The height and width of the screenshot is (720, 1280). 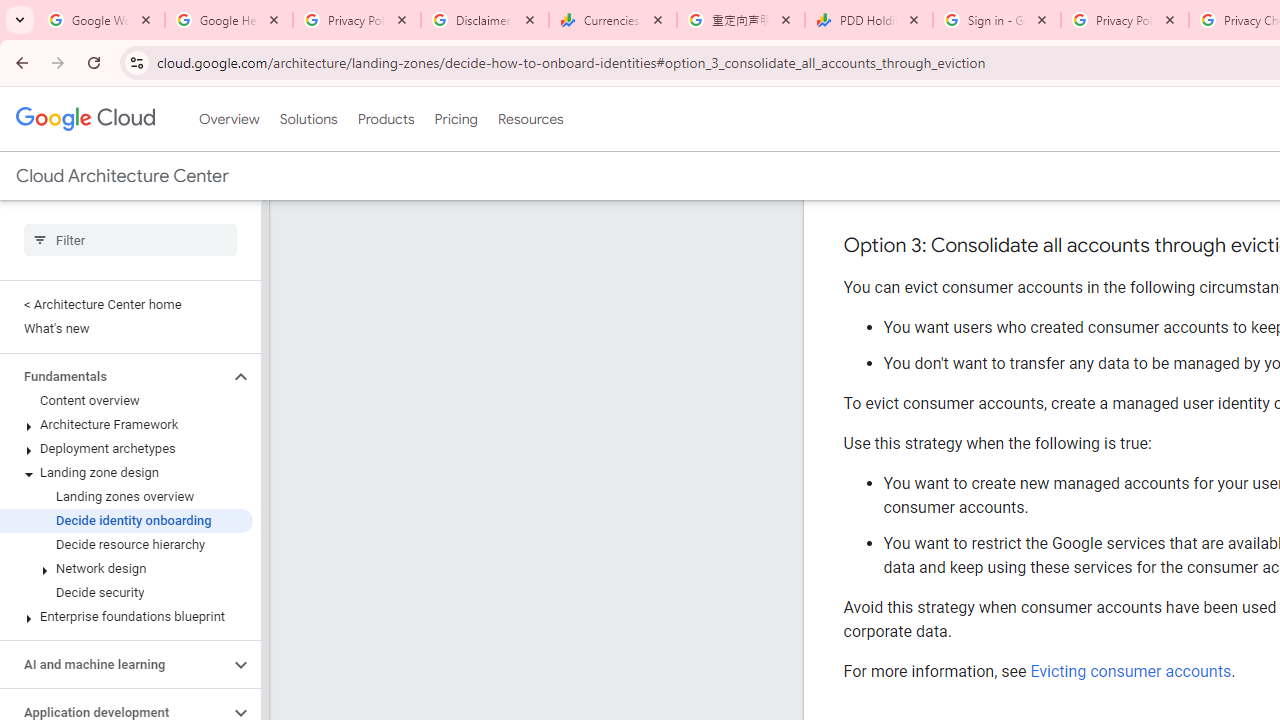 What do you see at coordinates (869, 20) in the screenshot?
I see `'PDD Holdings Inc - ADR (PDD) Price & News - Google Finance'` at bounding box center [869, 20].